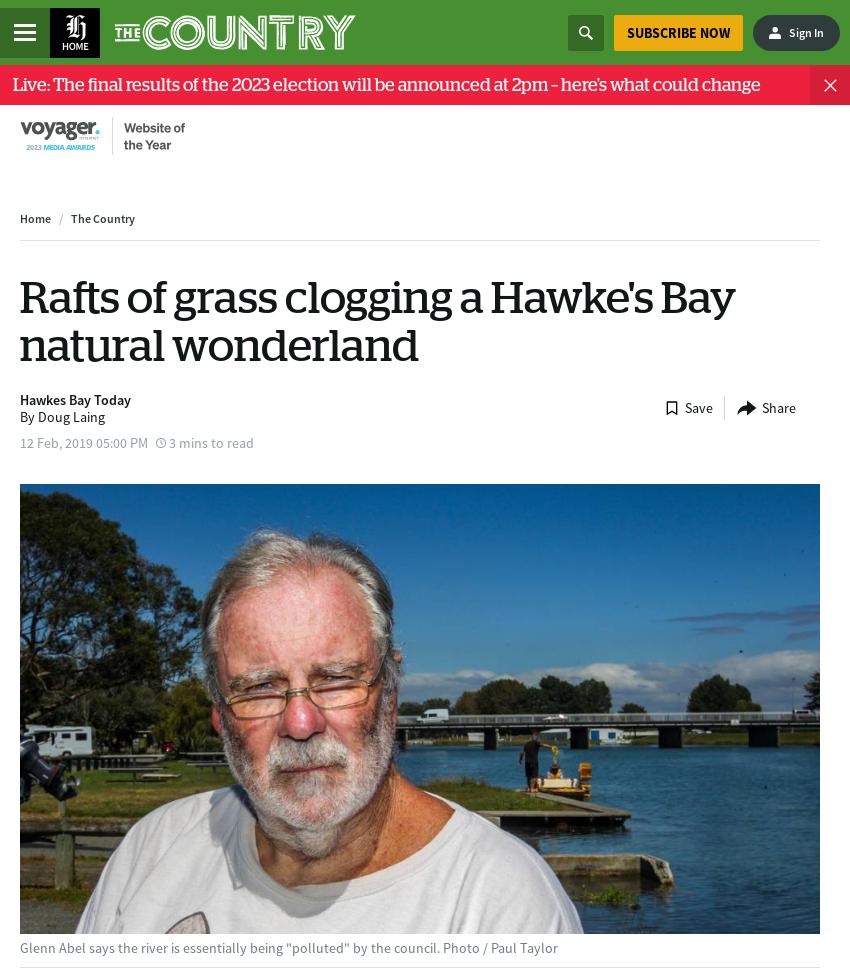 This screenshot has width=850, height=972. What do you see at coordinates (690, 79) in the screenshot?
I see `'Please enter a minimum of 2 characters for your search query'` at bounding box center [690, 79].